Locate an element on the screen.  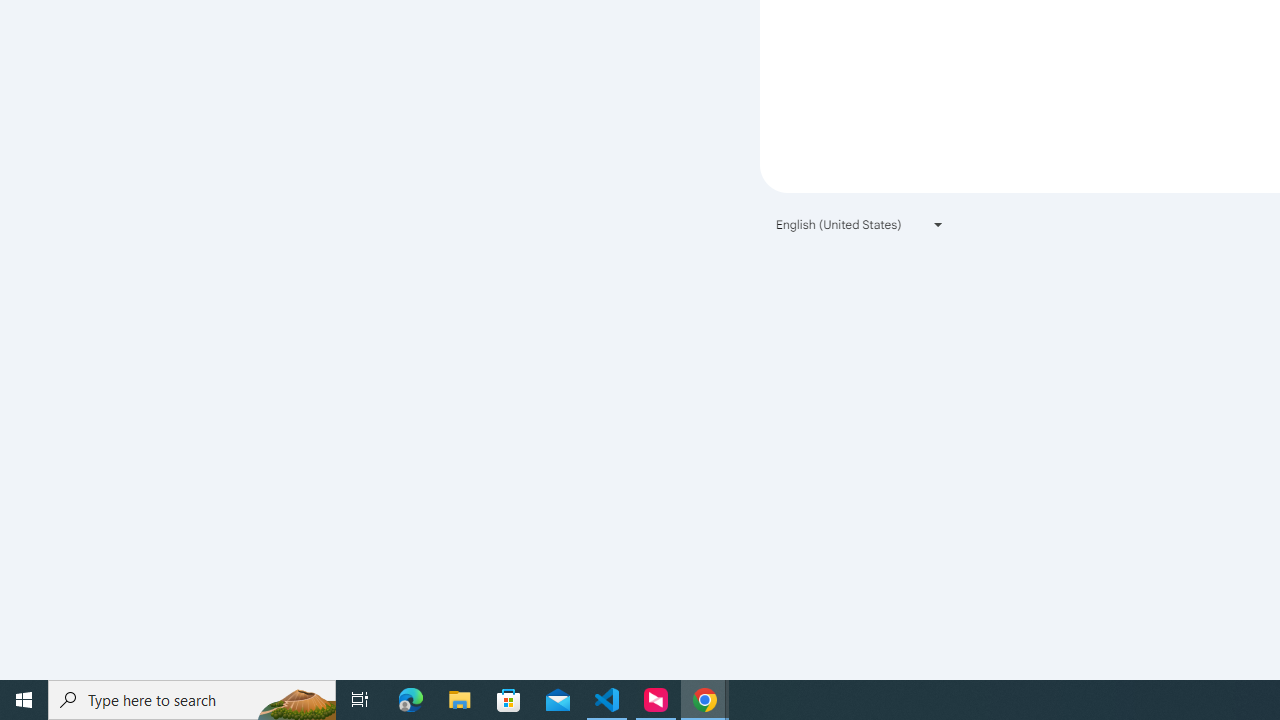
'English (United States)' is located at coordinates (860, 224).